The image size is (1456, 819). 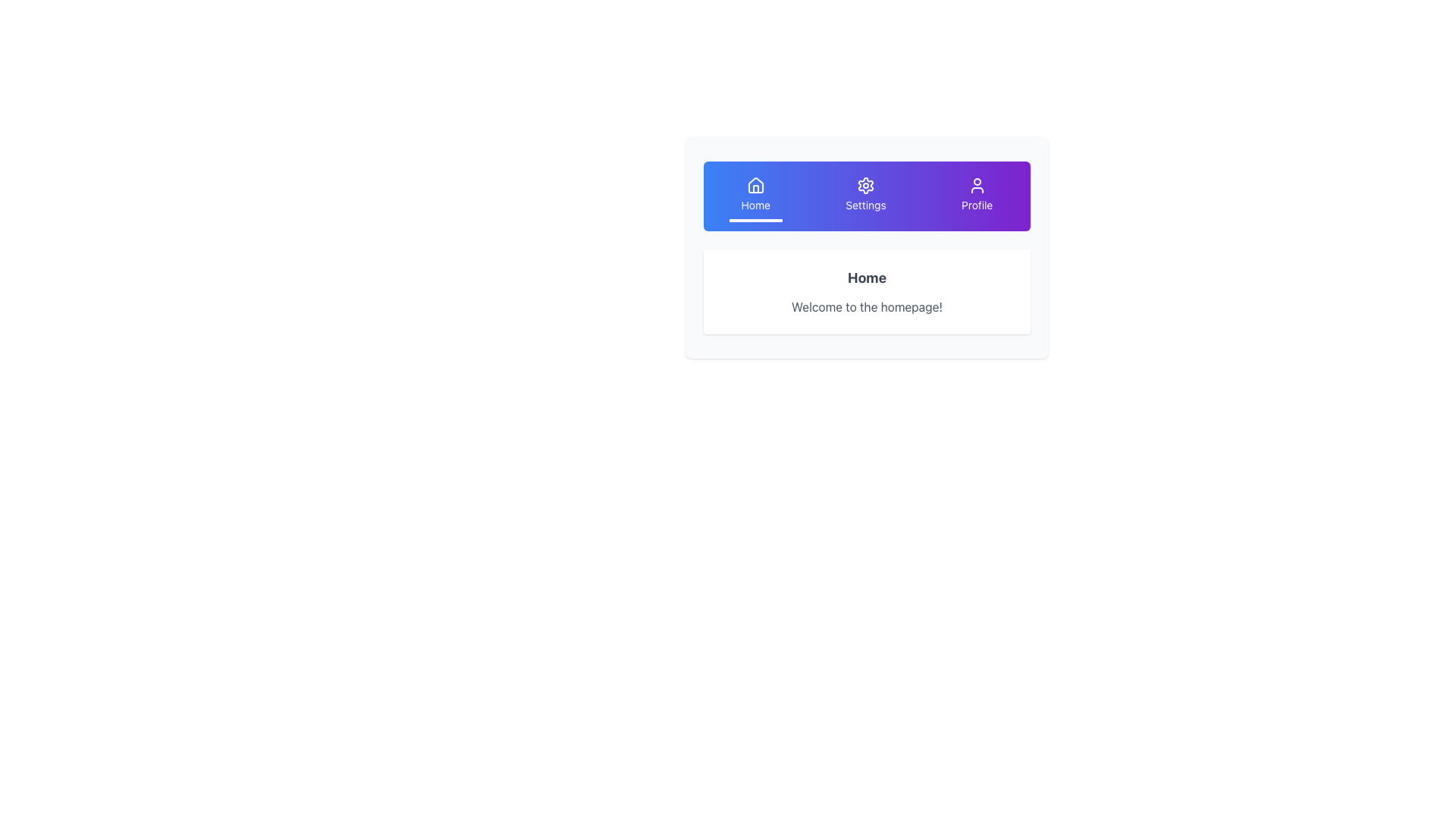 What do you see at coordinates (755, 195) in the screenshot?
I see `the navigation button at the top left of the card to trigger its animation` at bounding box center [755, 195].